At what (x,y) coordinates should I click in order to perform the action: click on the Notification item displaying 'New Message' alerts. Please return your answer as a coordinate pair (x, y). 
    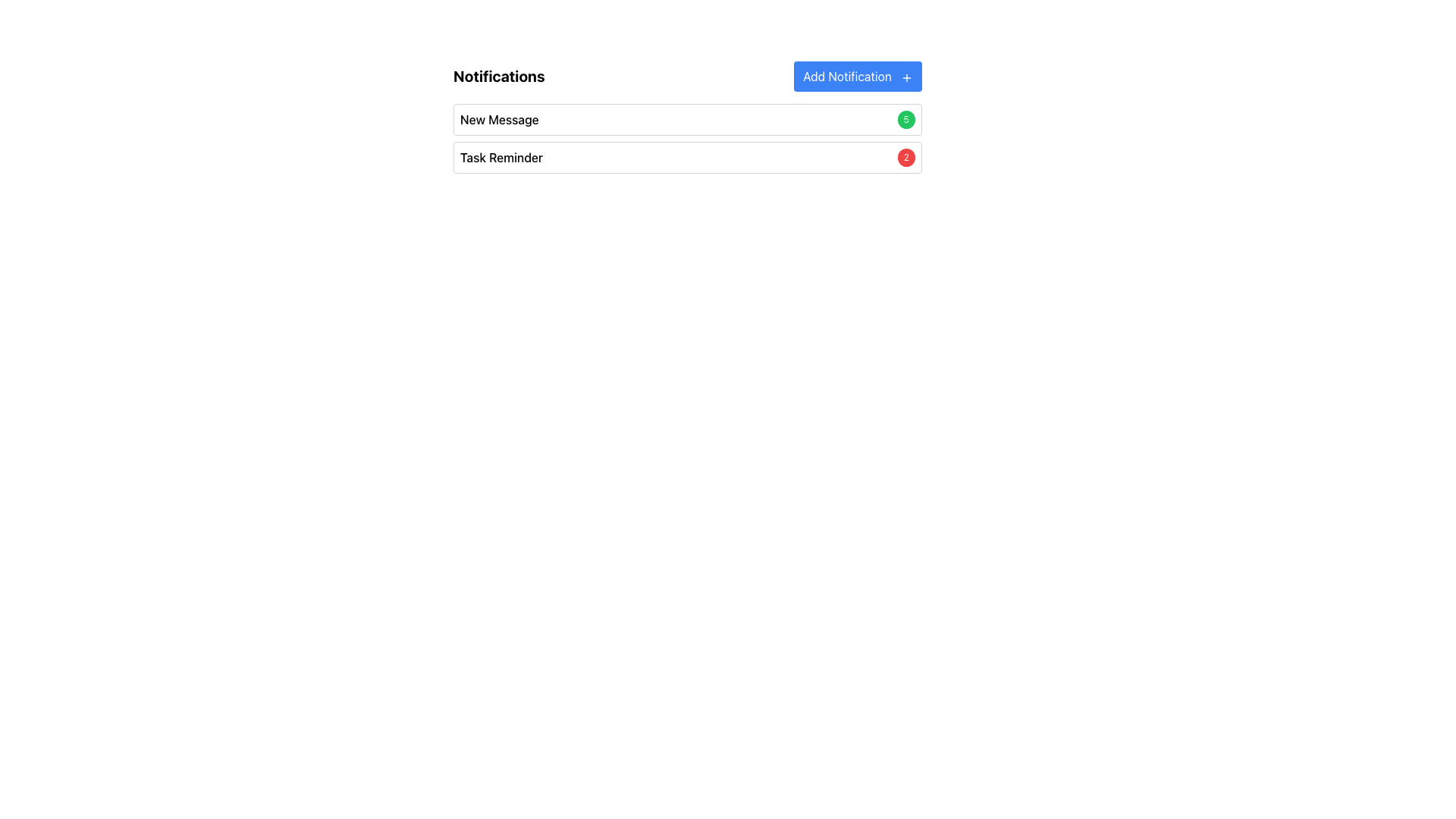
    Looking at the image, I should click on (687, 119).